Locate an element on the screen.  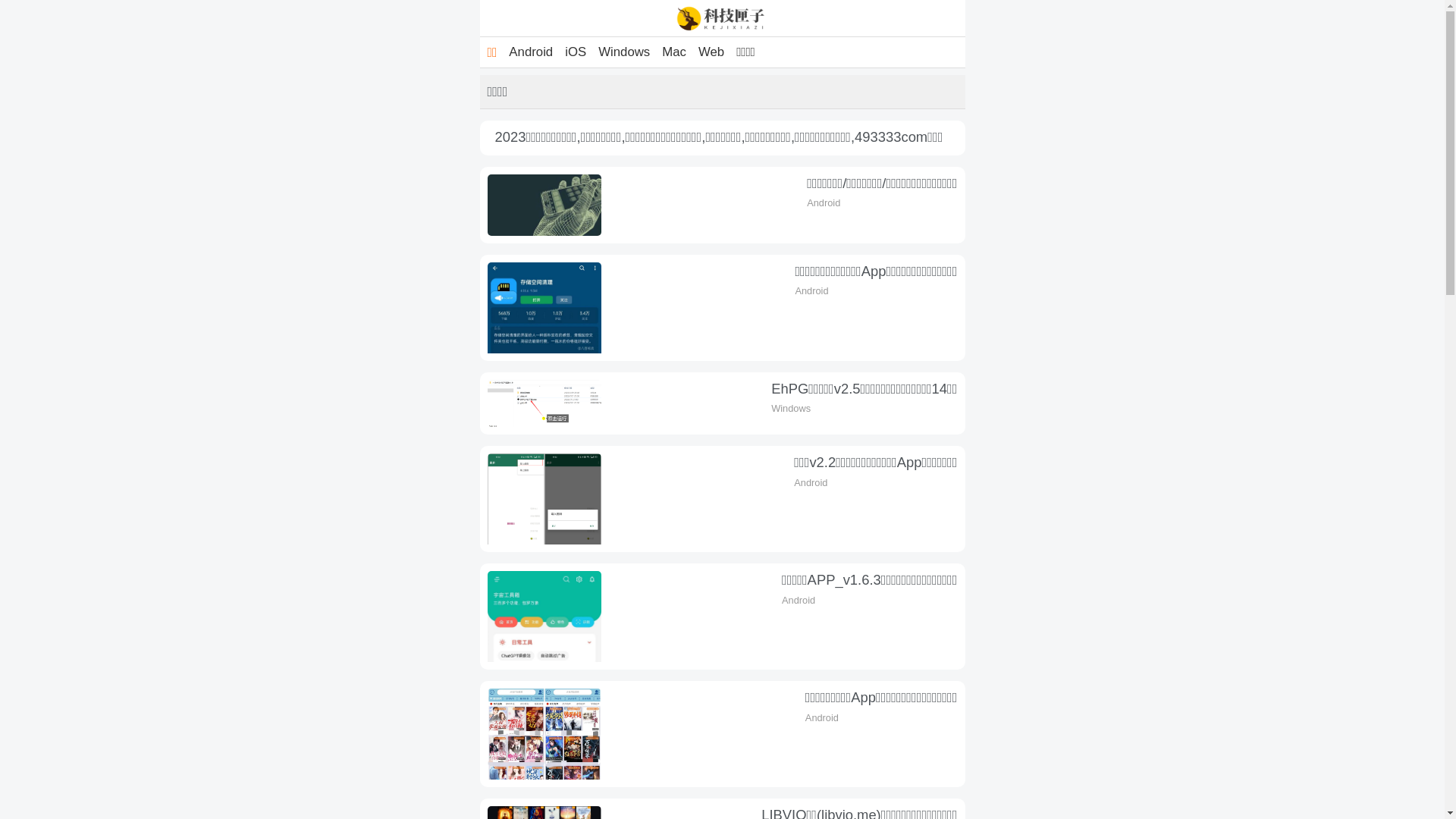
'Web' is located at coordinates (691, 52).